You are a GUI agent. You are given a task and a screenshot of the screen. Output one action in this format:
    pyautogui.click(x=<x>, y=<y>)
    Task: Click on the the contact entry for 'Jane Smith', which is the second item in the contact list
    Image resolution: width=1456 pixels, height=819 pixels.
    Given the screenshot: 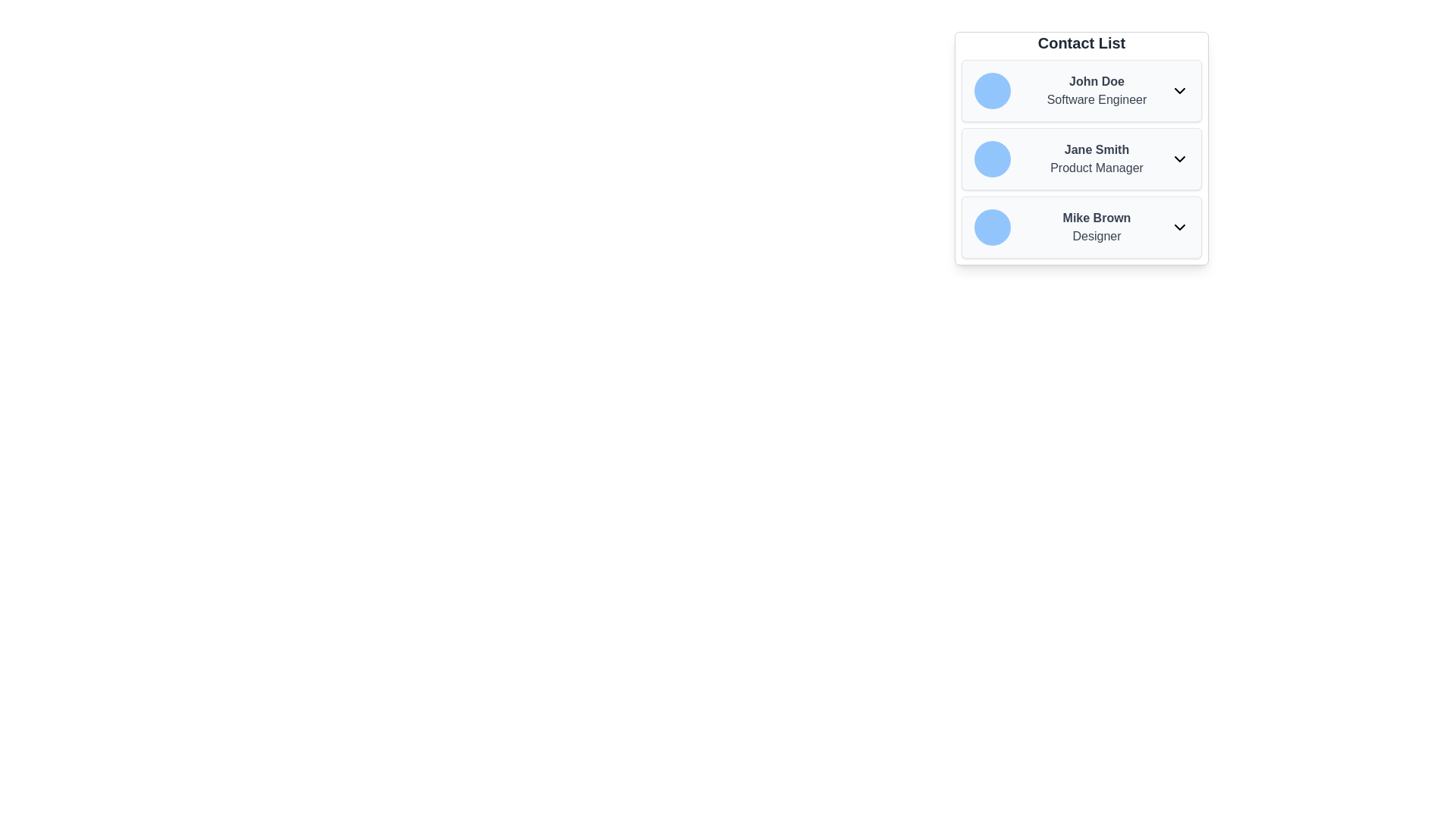 What is the action you would take?
    pyautogui.click(x=1081, y=158)
    